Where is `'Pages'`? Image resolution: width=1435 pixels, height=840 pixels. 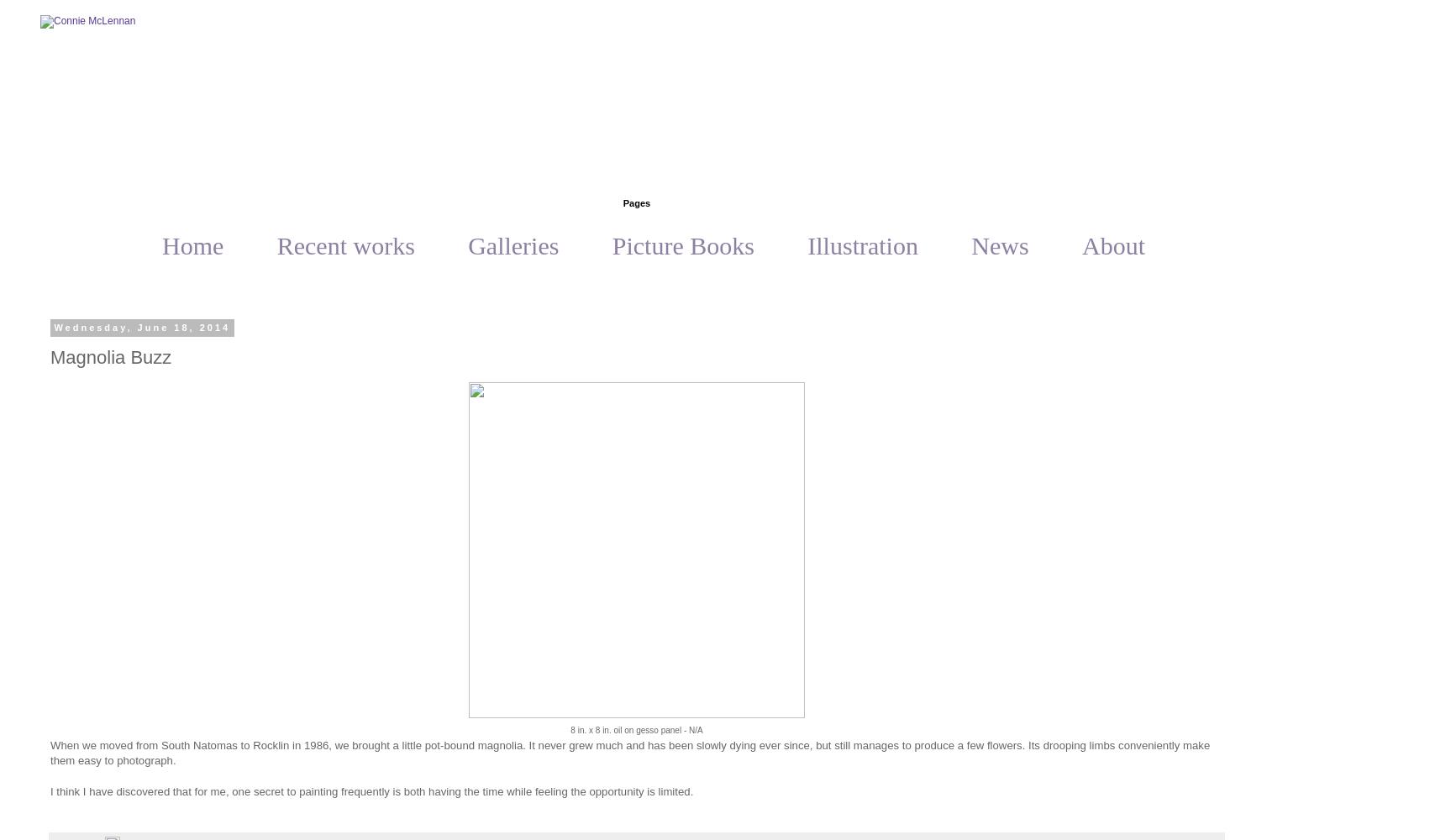 'Pages' is located at coordinates (636, 202).